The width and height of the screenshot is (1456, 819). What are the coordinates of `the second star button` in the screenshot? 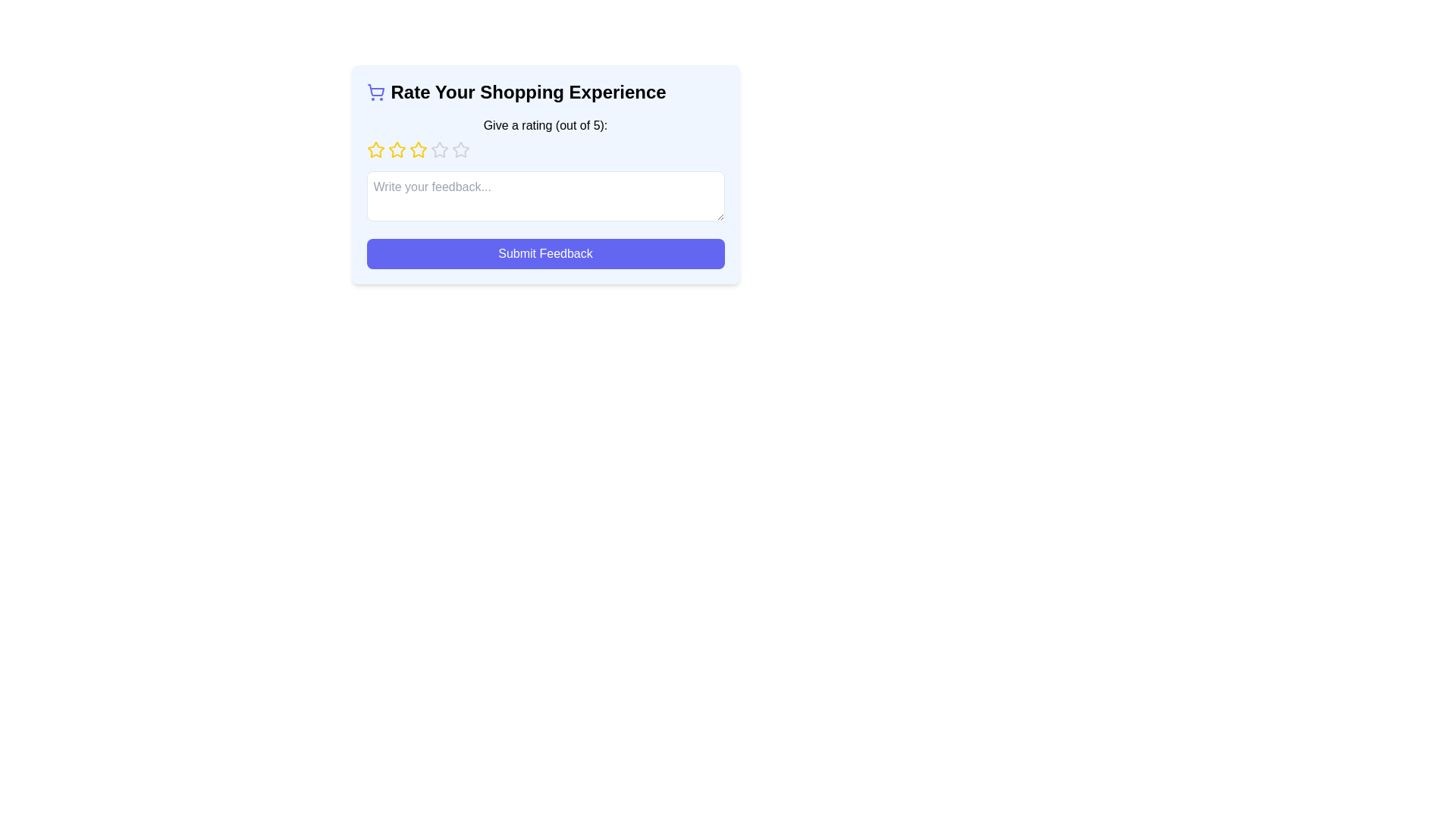 It's located at (397, 149).